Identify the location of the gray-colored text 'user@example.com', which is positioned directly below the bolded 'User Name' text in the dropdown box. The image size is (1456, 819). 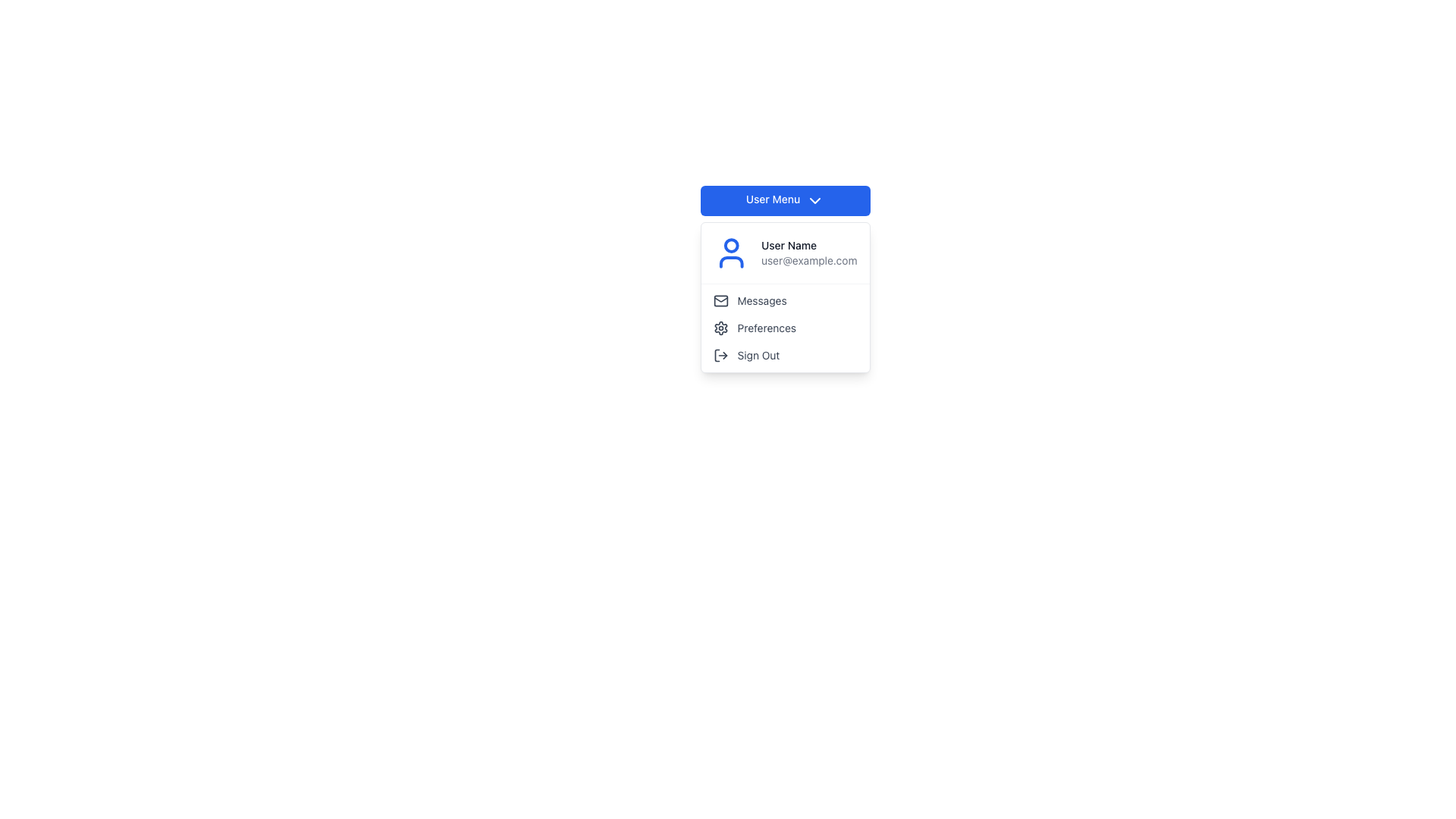
(808, 259).